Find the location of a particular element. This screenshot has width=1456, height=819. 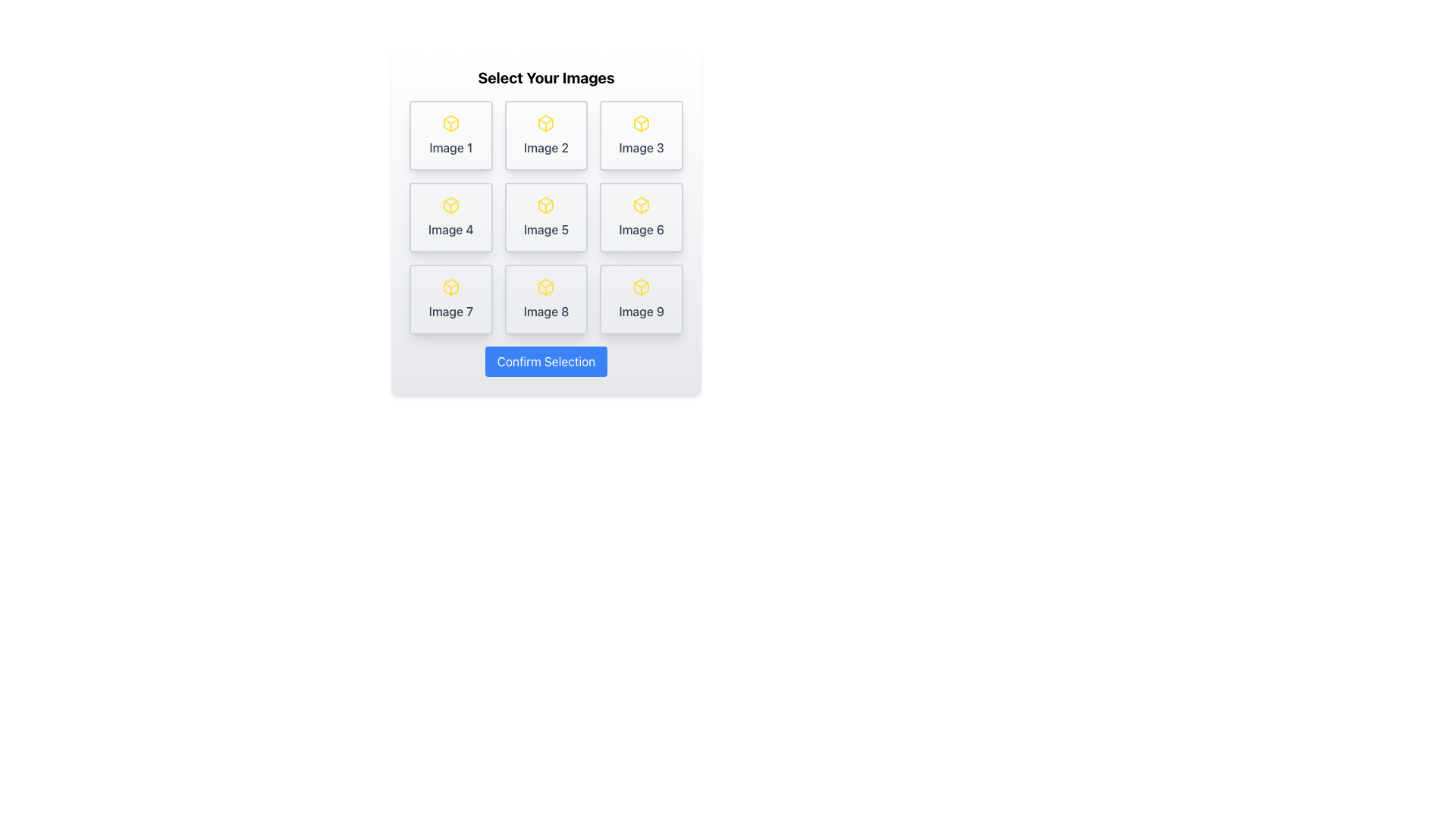

the confirmation button located at the bottom-center of the interface is located at coordinates (546, 362).